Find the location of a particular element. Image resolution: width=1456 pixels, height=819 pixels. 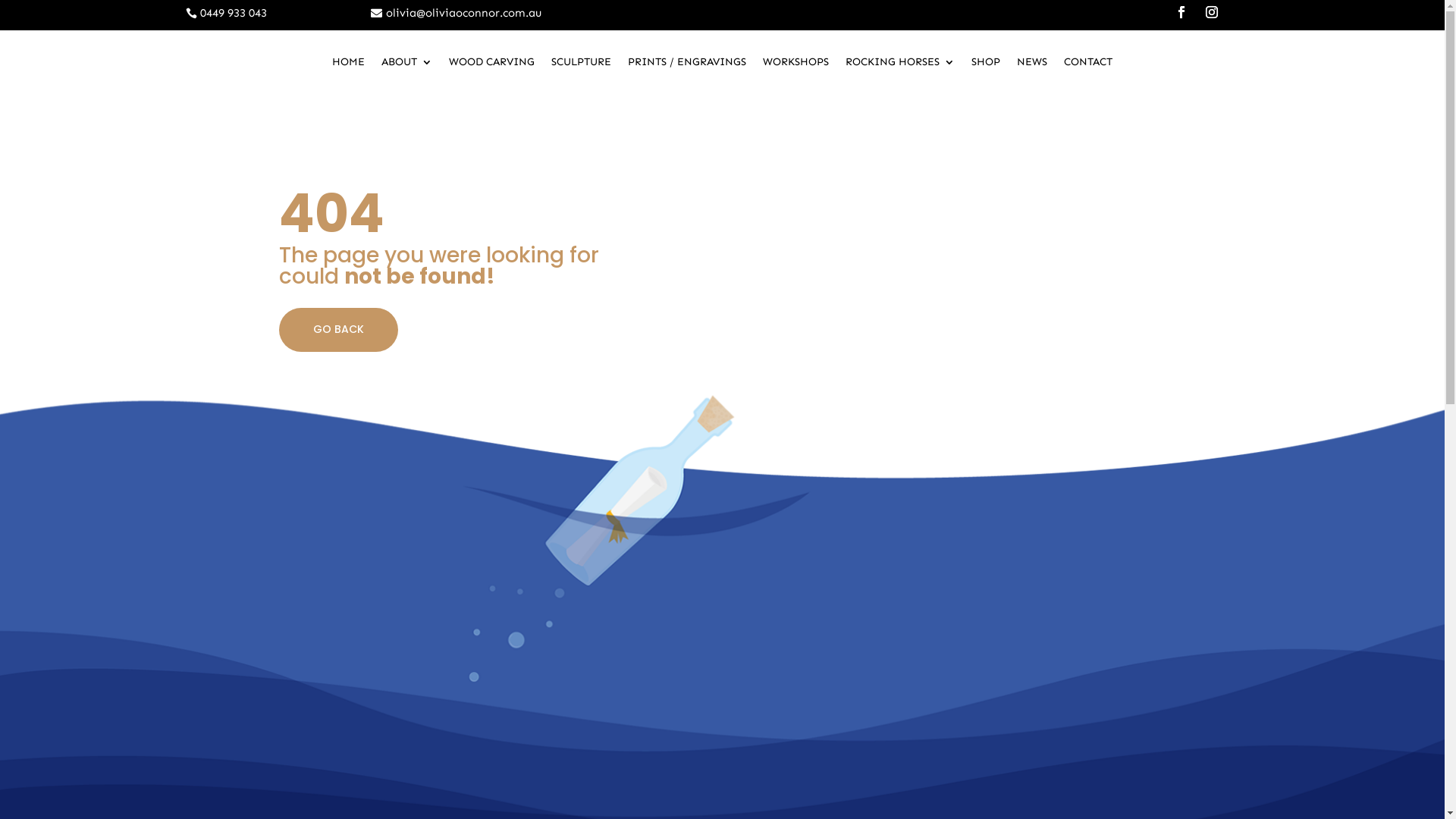

'NEWS' is located at coordinates (1031, 64).